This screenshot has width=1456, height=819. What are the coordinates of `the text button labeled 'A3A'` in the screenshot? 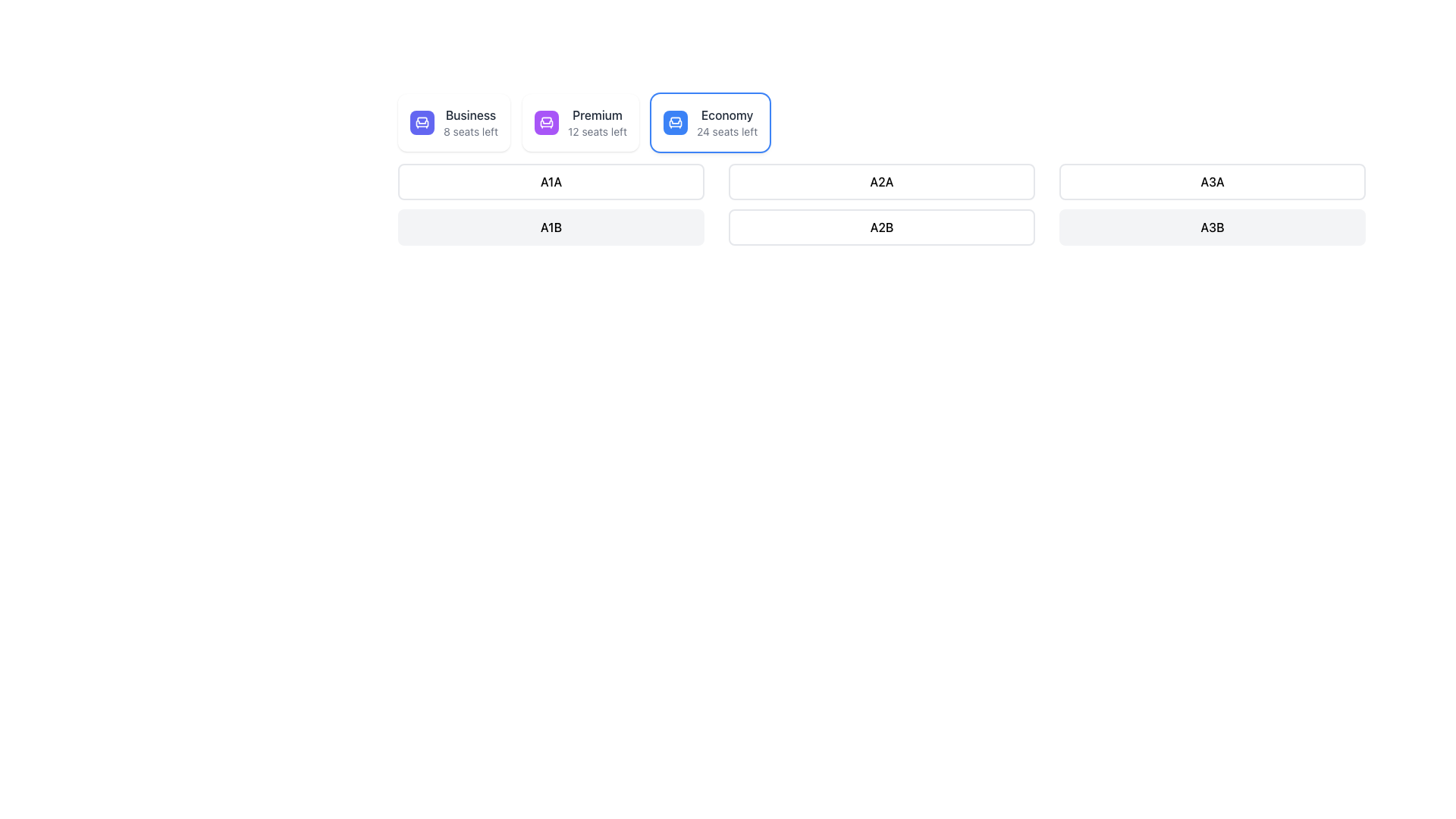 It's located at (1211, 180).